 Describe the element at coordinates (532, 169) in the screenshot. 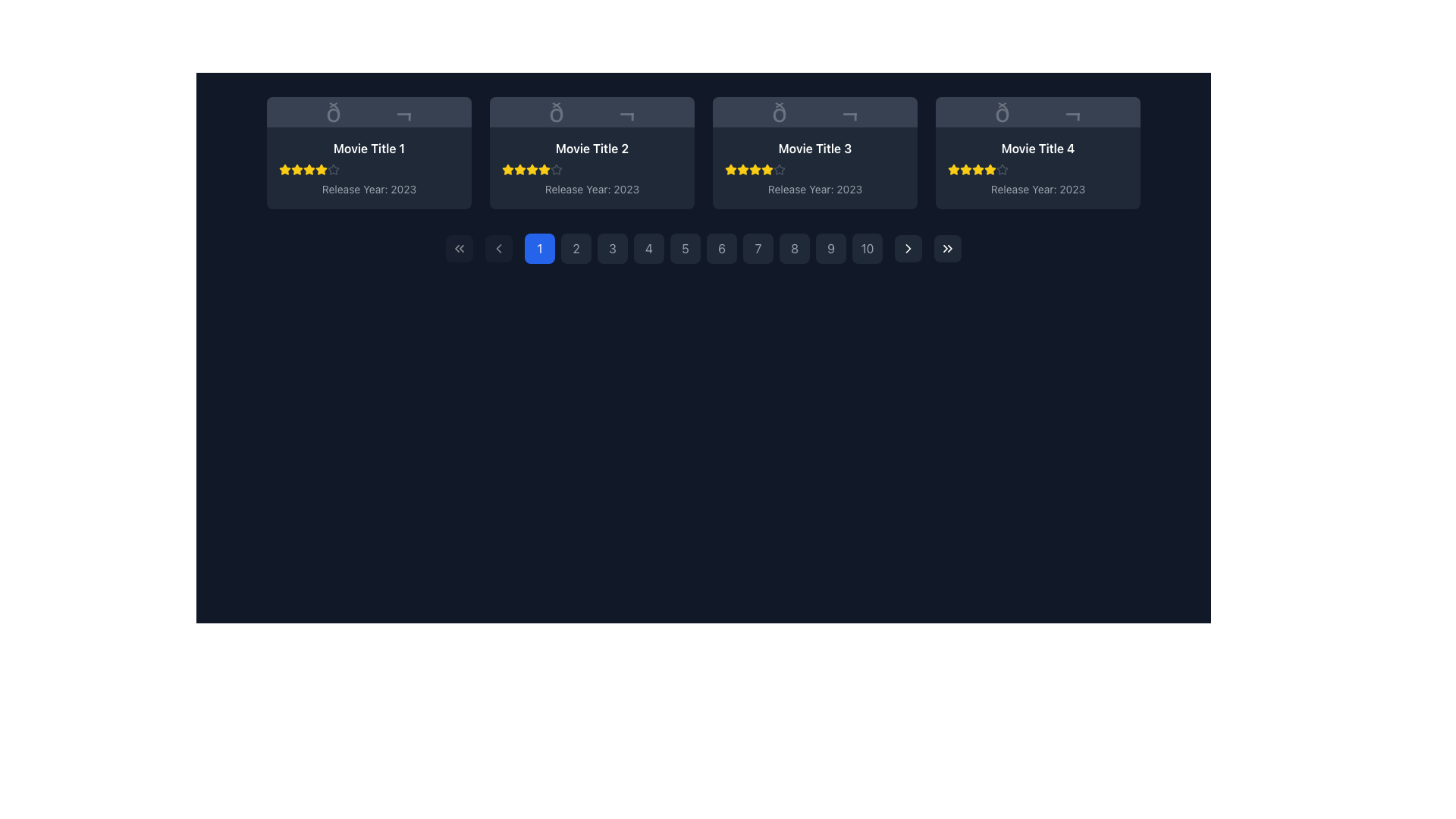

I see `the third yellow star glyph in the rating system under the card titled 'Movie Title 2'` at that location.